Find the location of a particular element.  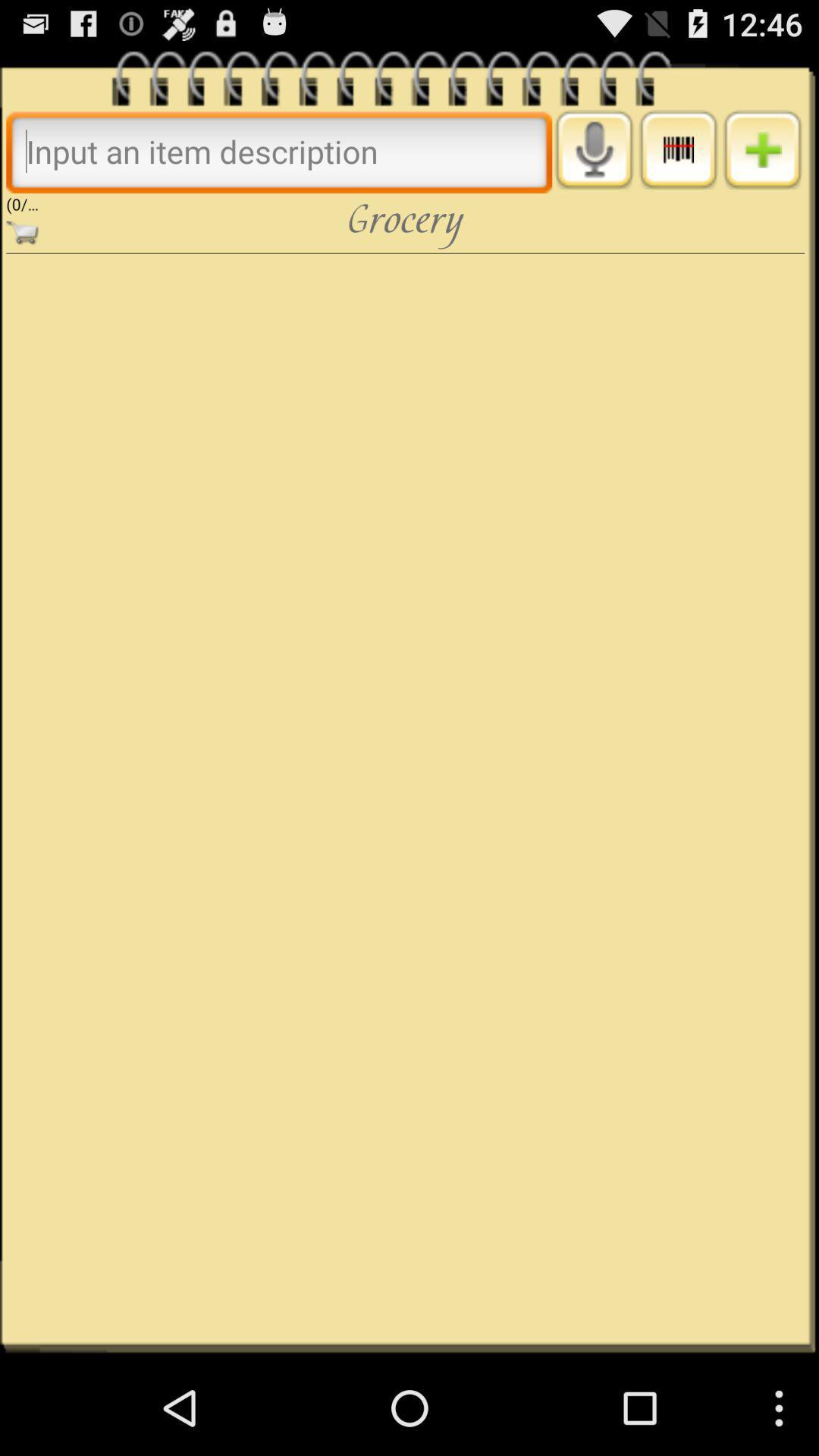

search bar is located at coordinates (279, 151).